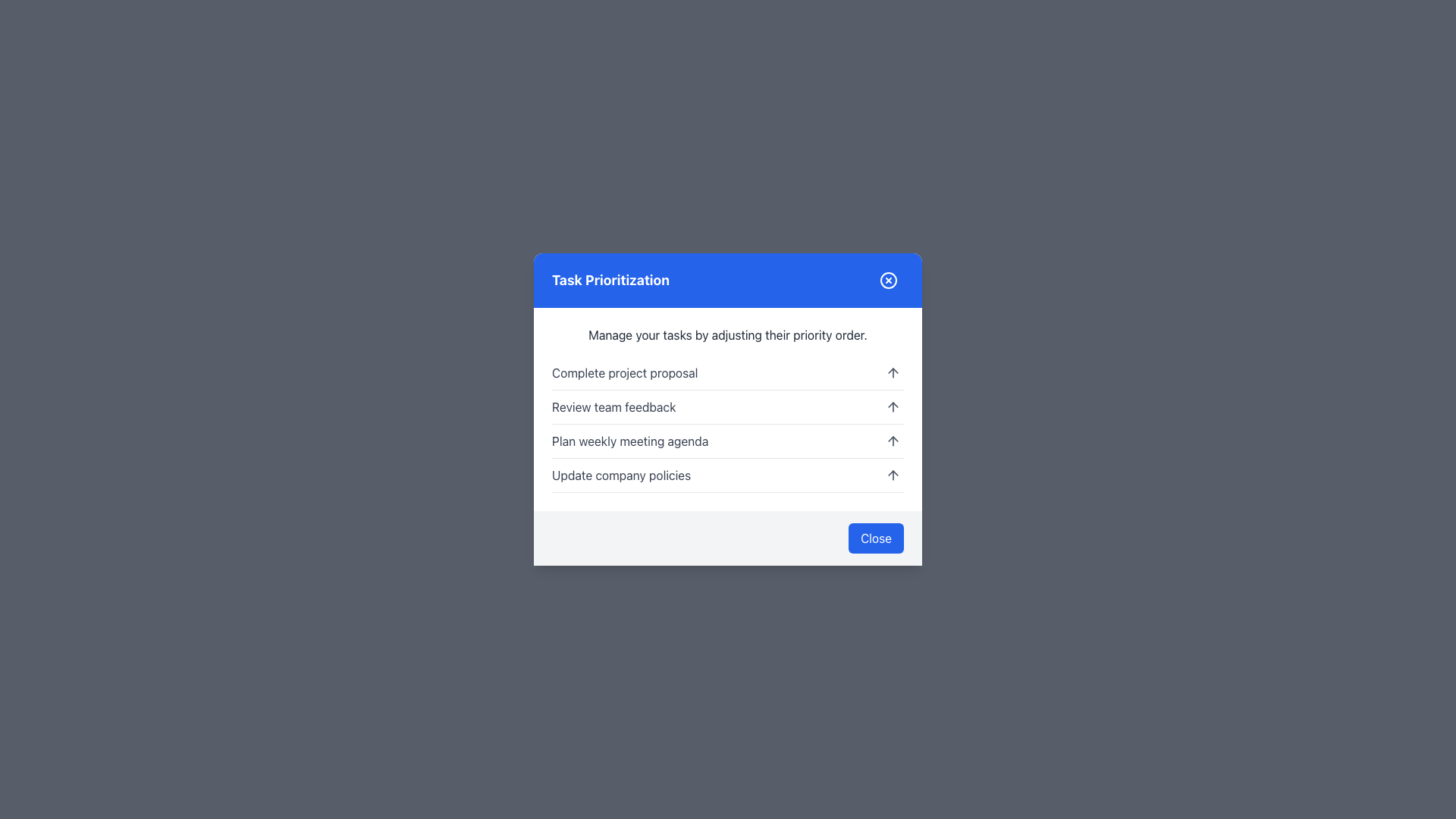  Describe the element at coordinates (728, 441) in the screenshot. I see `the third row of the task prioritization list, which is located between 'Review team feedback' and 'Update company policies'` at that location.